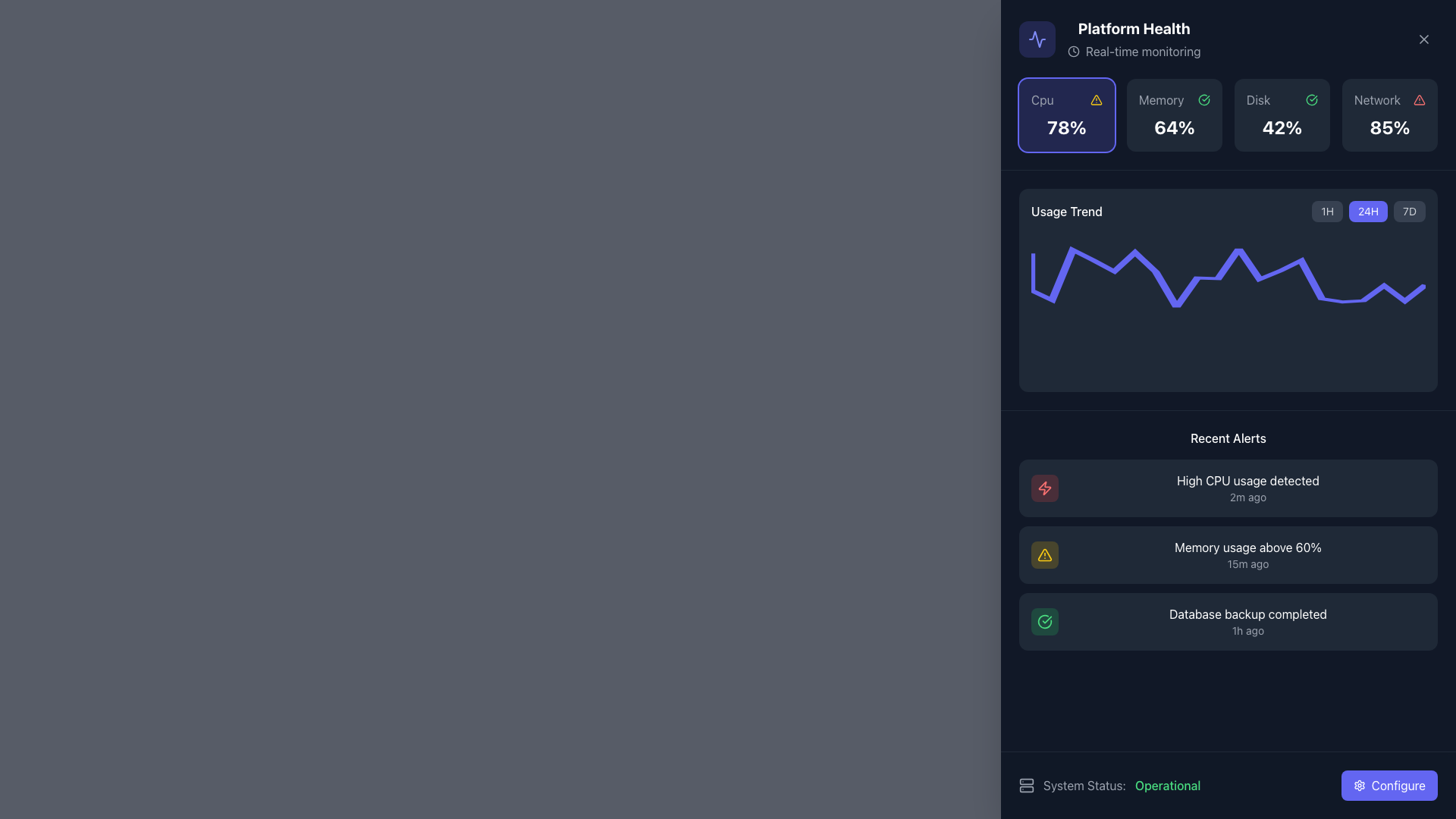 Image resolution: width=1456 pixels, height=819 pixels. I want to click on the text element that displays the percentage of memory usage, which is located centrally within the 'Memory' card, directly below the 'Memory' label, so click(1174, 127).